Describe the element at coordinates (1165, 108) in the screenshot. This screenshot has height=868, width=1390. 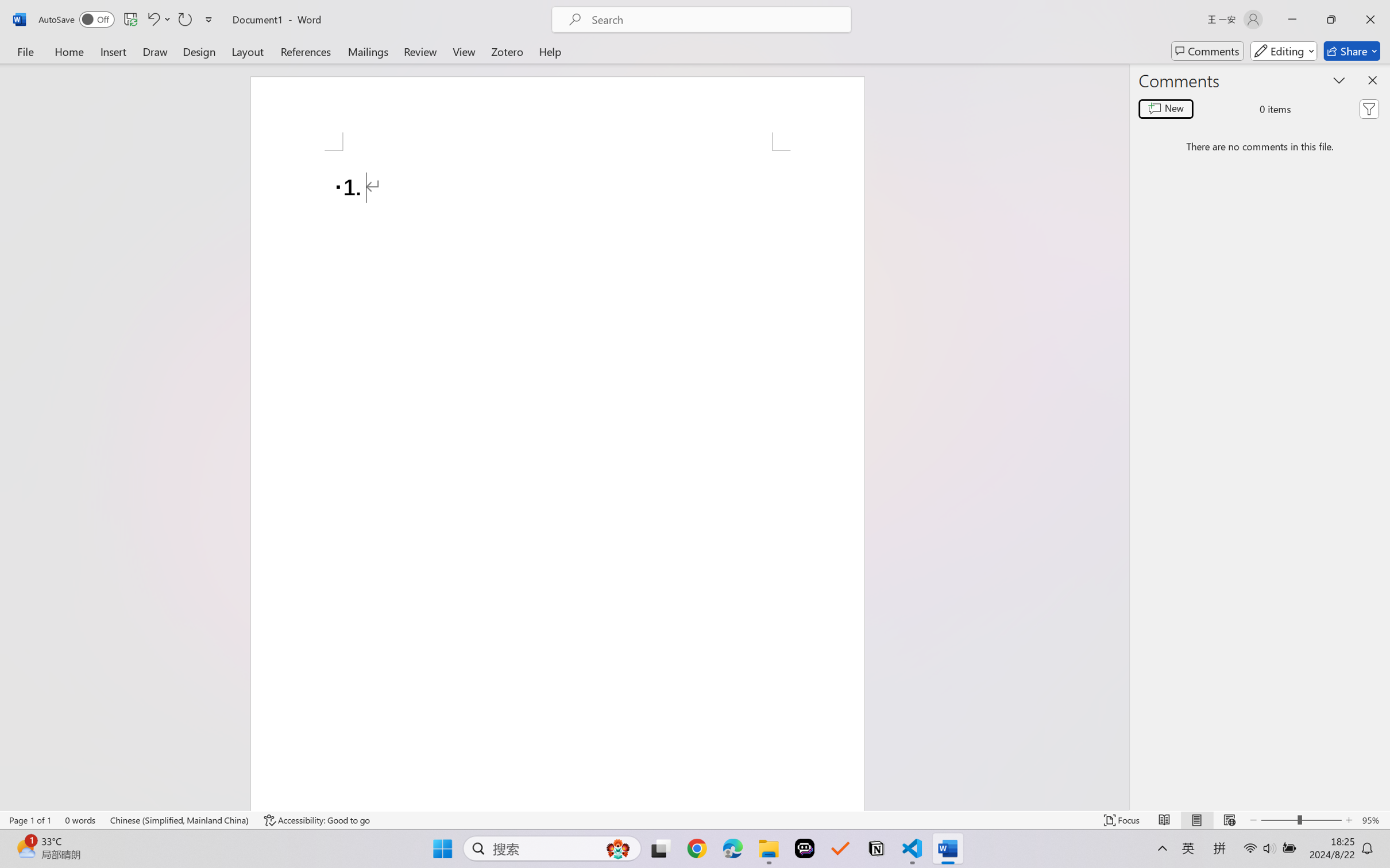
I see `'New comment'` at that location.